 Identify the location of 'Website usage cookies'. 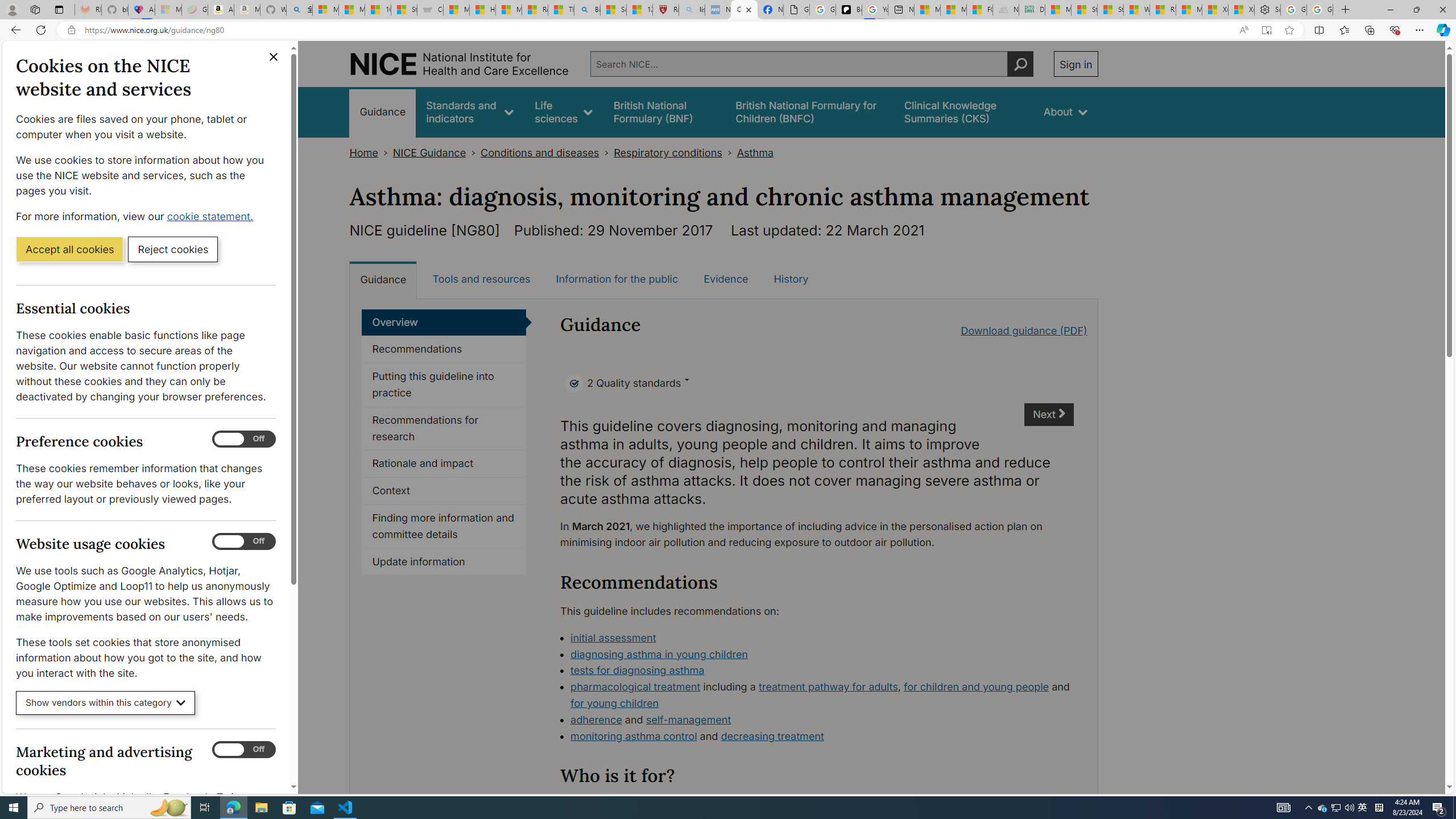
(243, 540).